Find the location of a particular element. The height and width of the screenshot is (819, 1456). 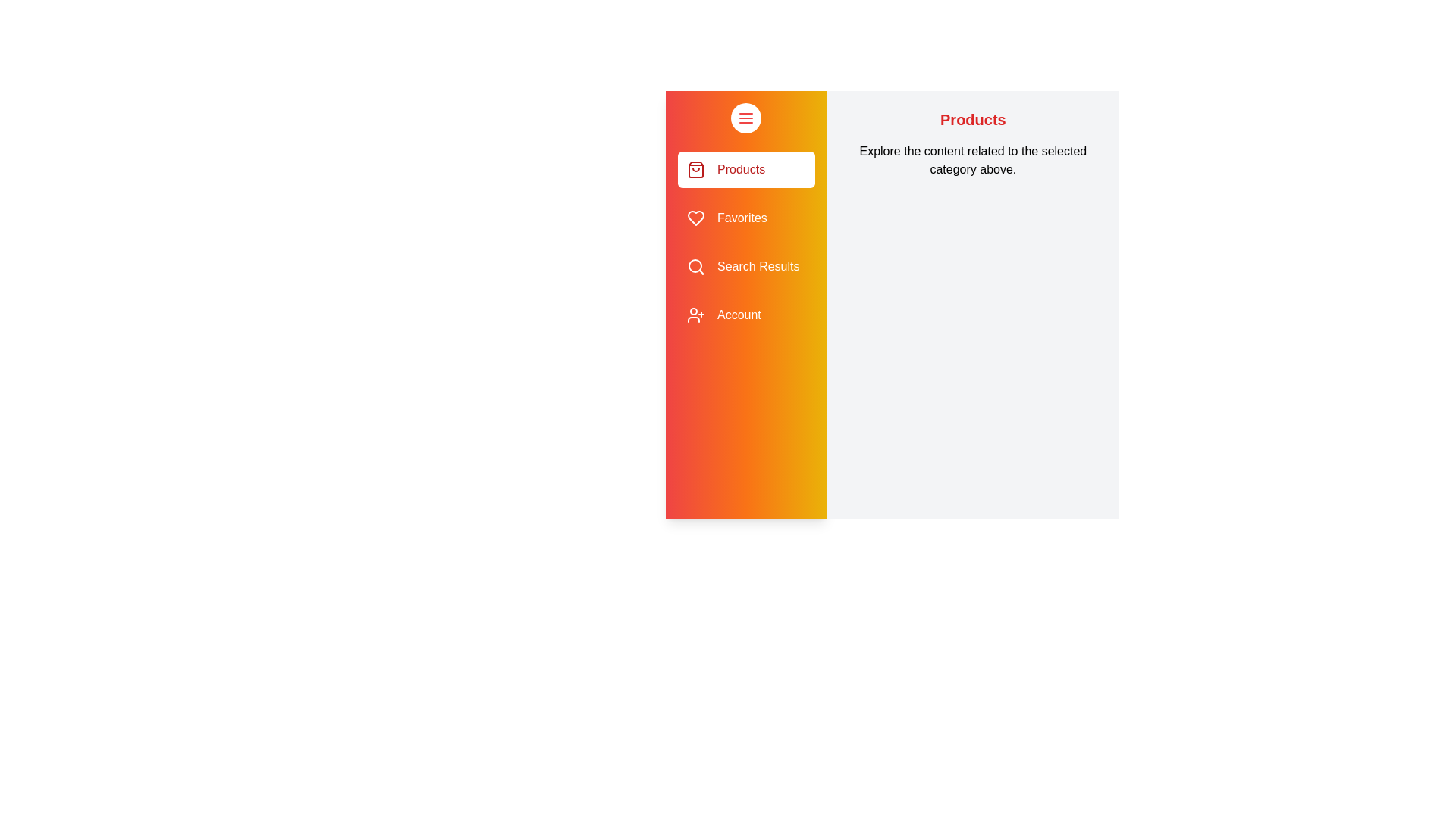

the toggle button to open or close the drawer is located at coordinates (746, 117).